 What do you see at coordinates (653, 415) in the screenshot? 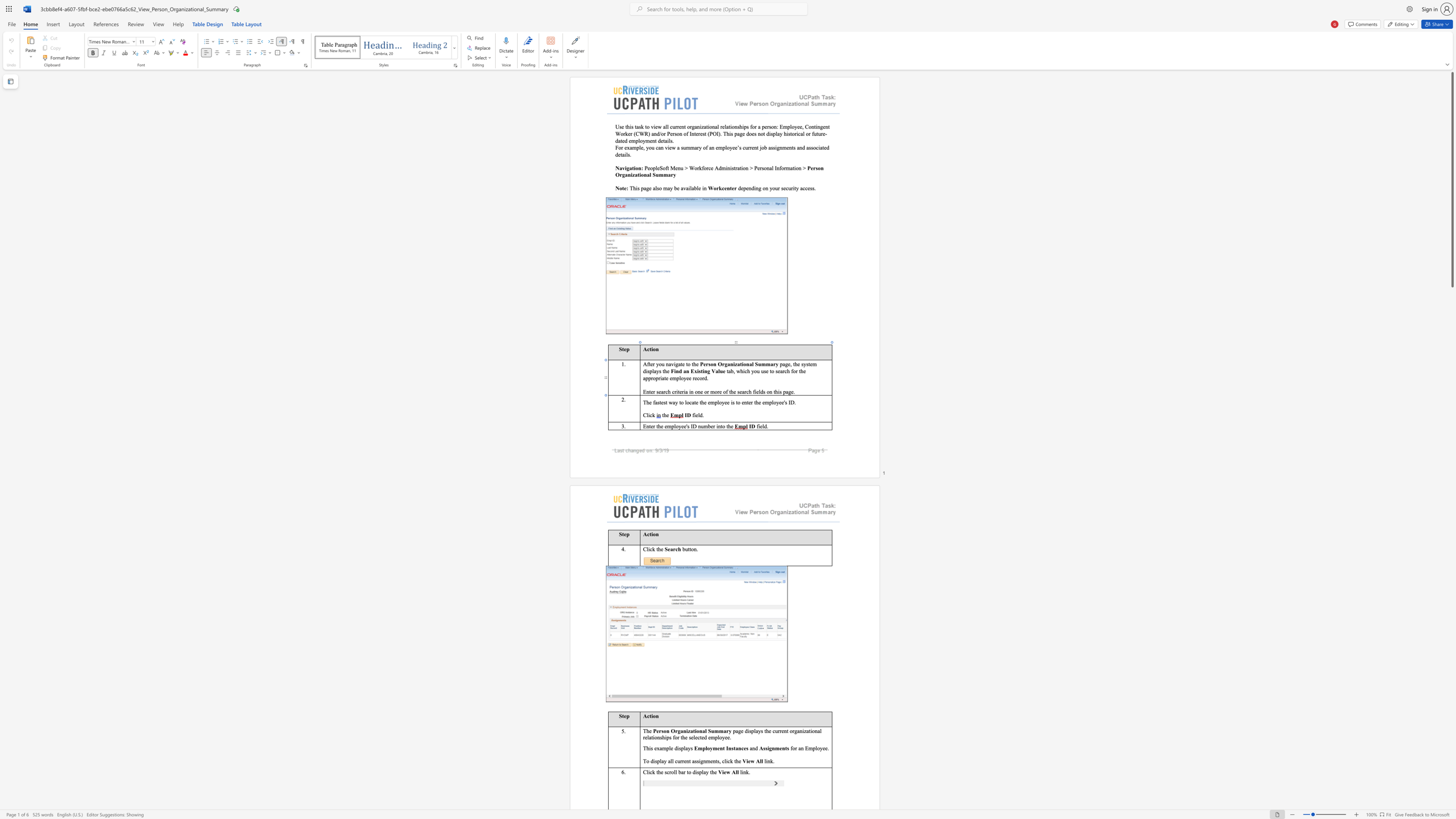
I see `the 1th character "k" in the text` at bounding box center [653, 415].